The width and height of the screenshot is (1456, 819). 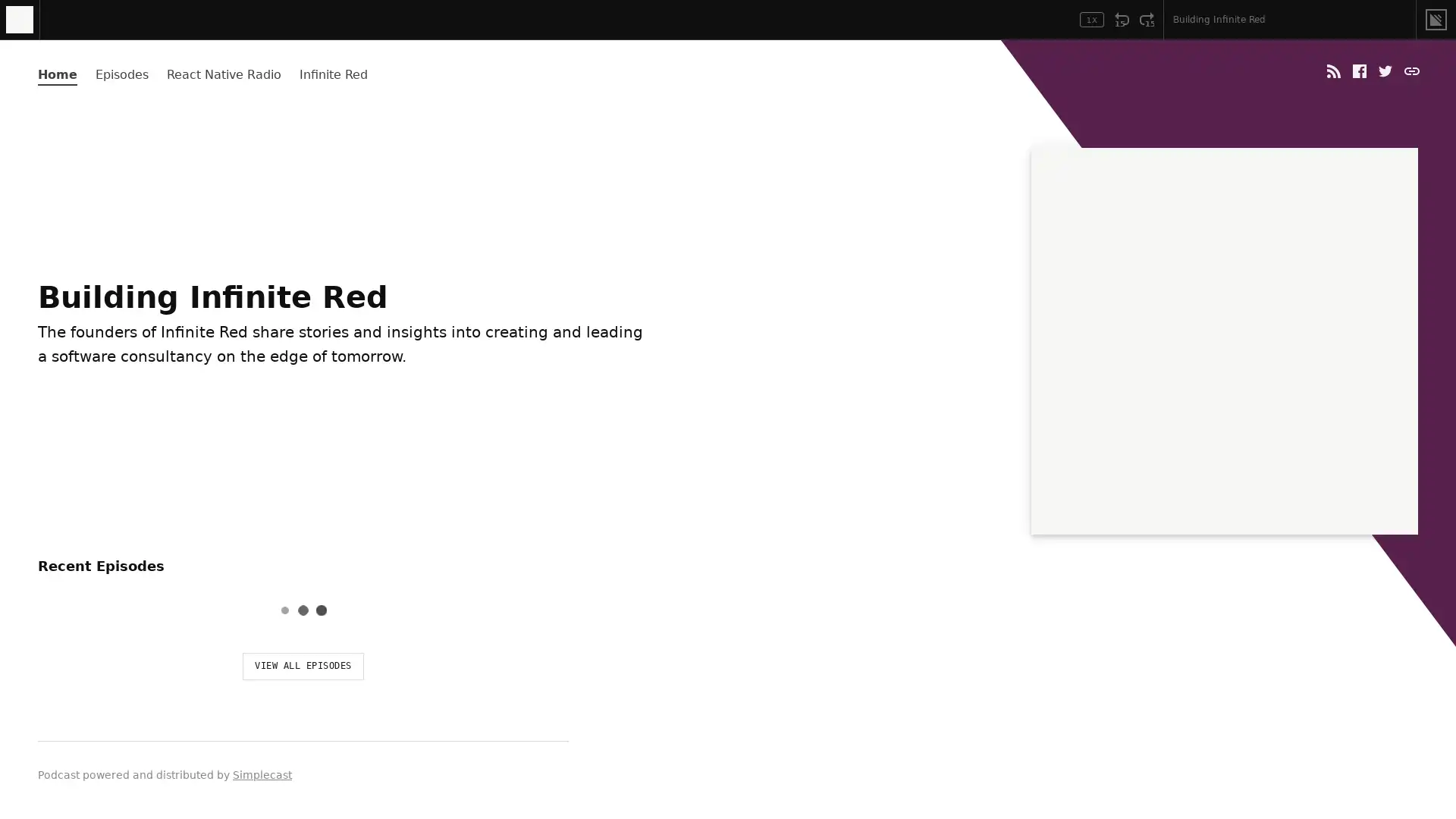 I want to click on Rewind 15 Seconds, so click(x=1122, y=20).